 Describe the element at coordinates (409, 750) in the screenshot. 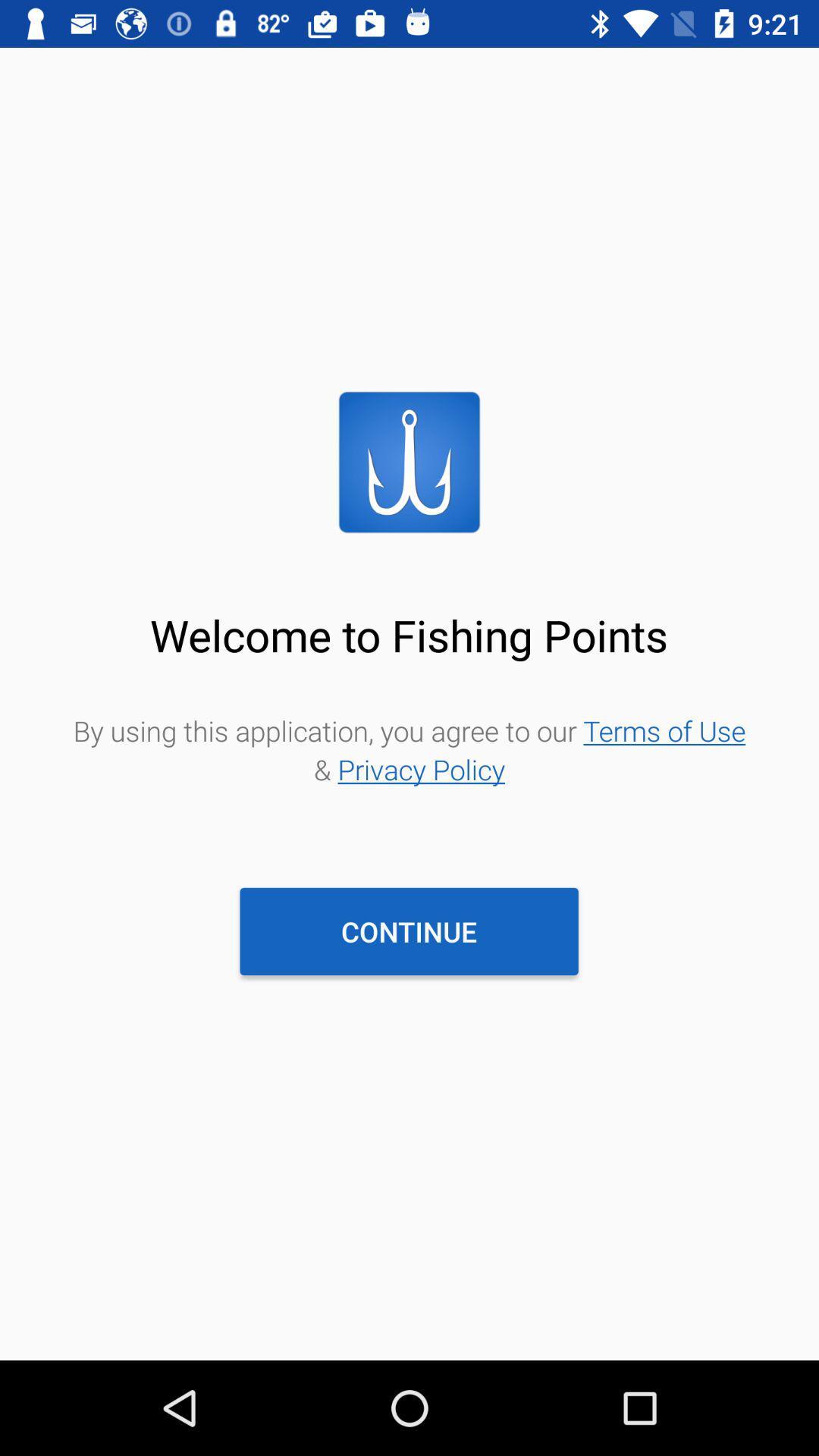

I see `item above the continue item` at that location.